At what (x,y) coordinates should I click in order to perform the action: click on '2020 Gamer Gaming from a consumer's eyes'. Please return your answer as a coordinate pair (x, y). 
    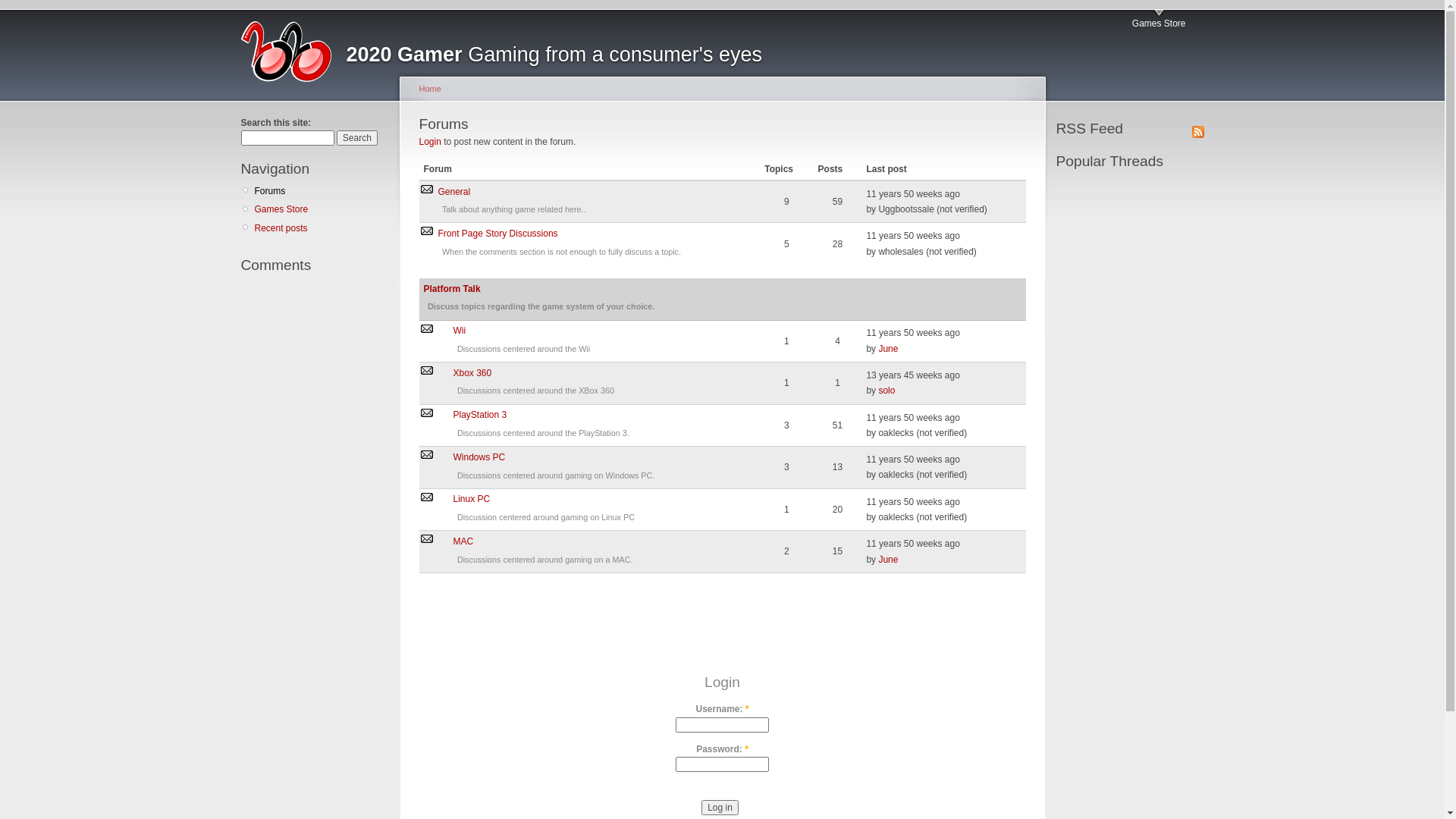
    Looking at the image, I should click on (552, 54).